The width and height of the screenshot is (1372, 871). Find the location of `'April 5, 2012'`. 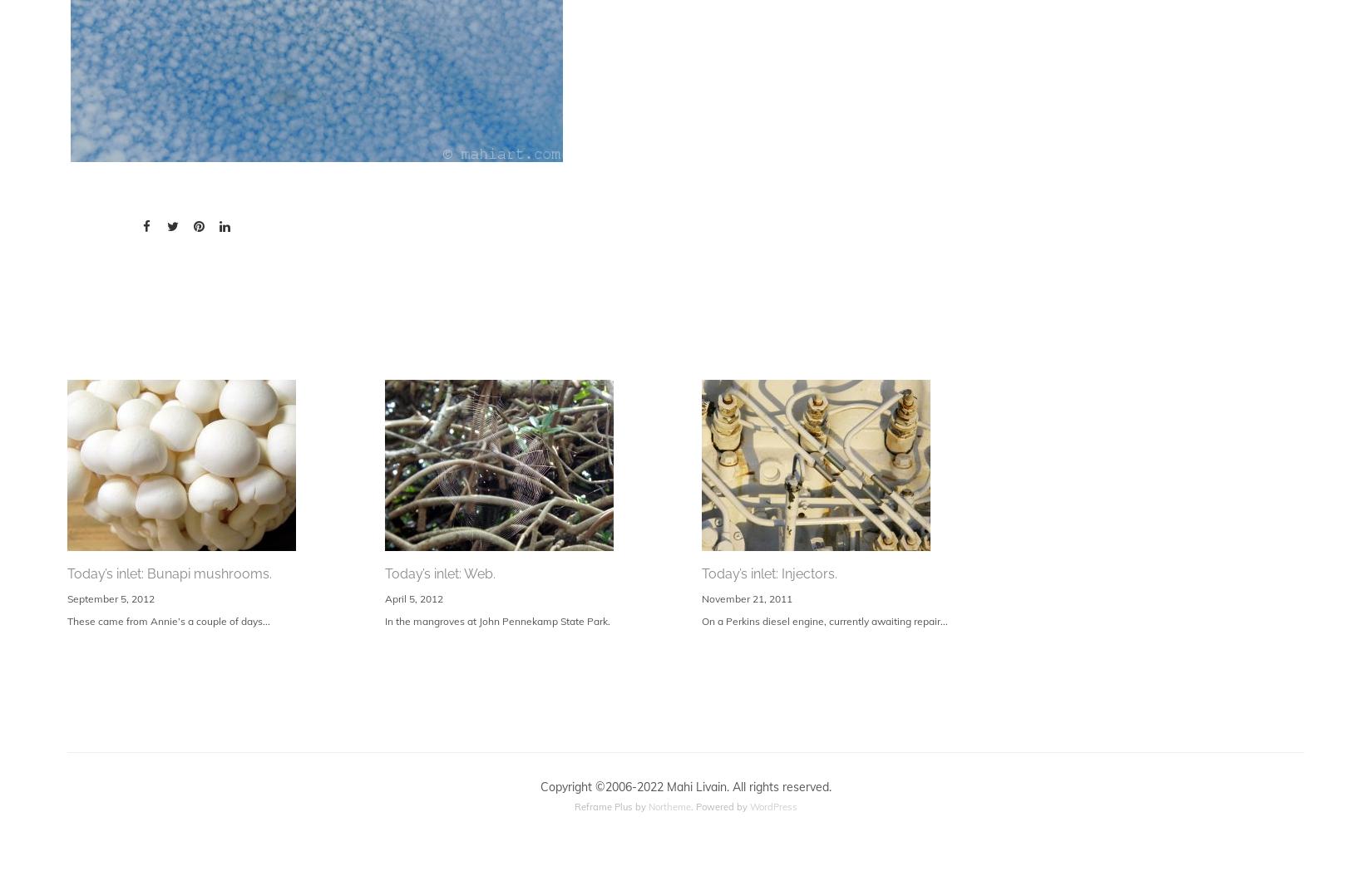

'April 5, 2012' is located at coordinates (412, 597).